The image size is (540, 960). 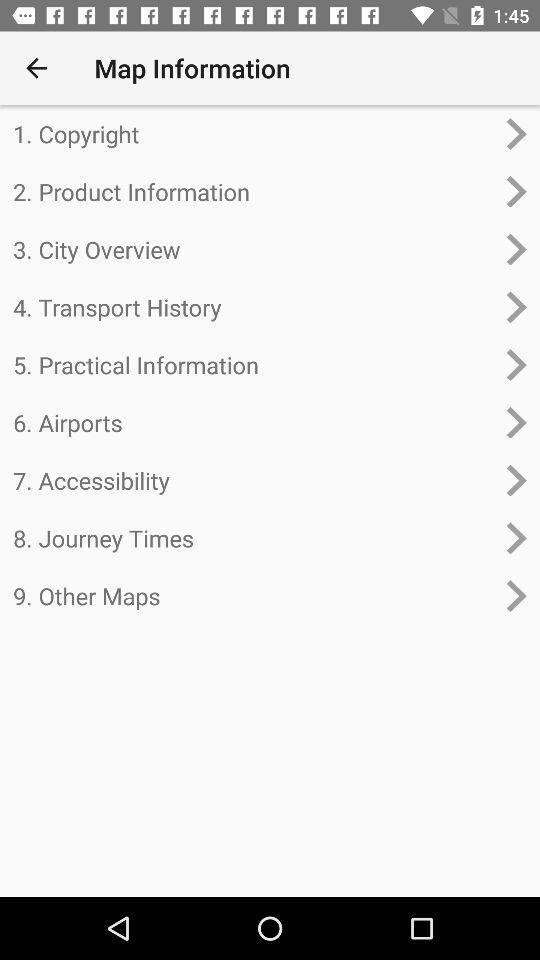 What do you see at coordinates (253, 364) in the screenshot?
I see `the 5. practical information` at bounding box center [253, 364].